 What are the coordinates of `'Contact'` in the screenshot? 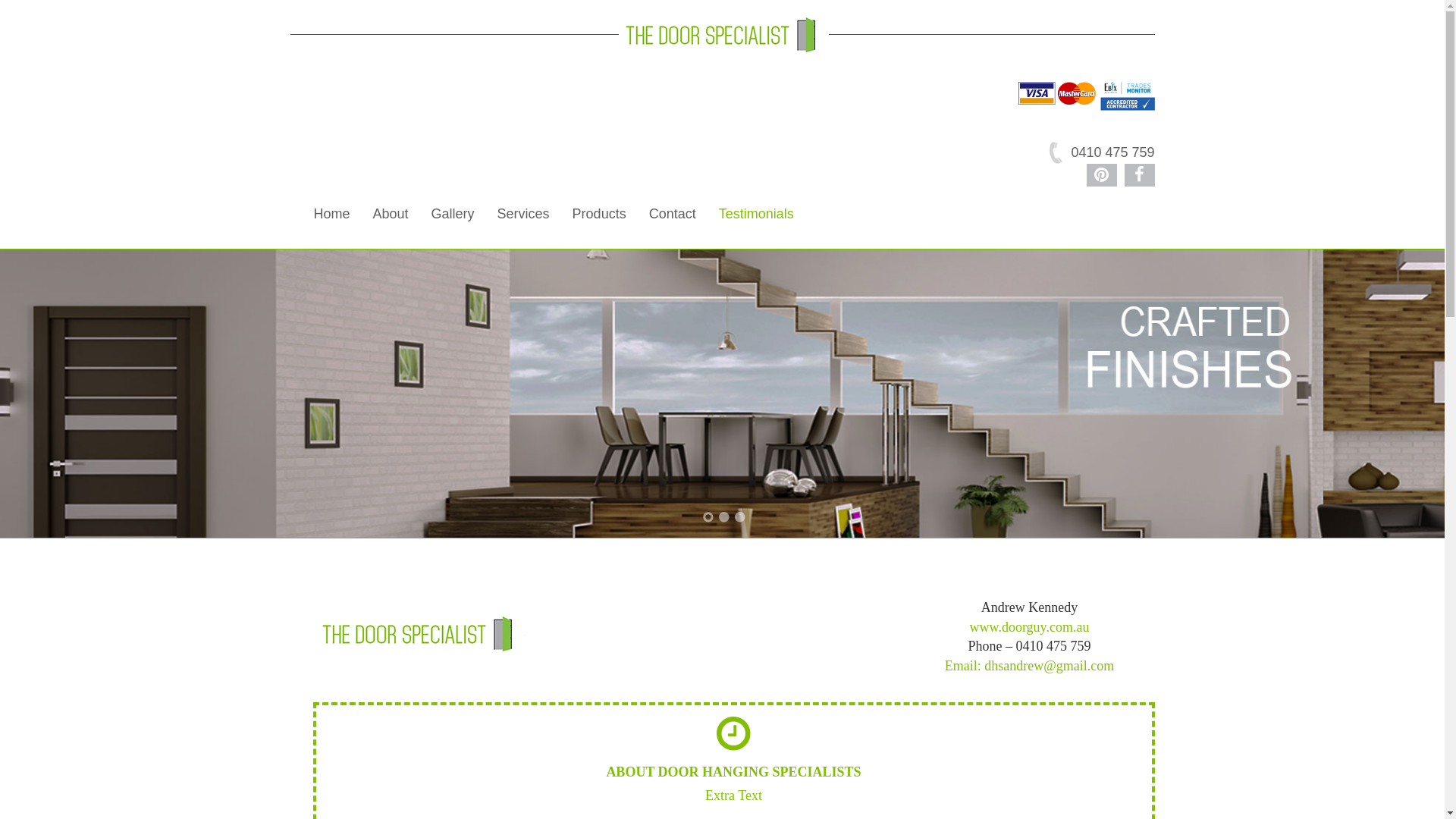 It's located at (672, 213).